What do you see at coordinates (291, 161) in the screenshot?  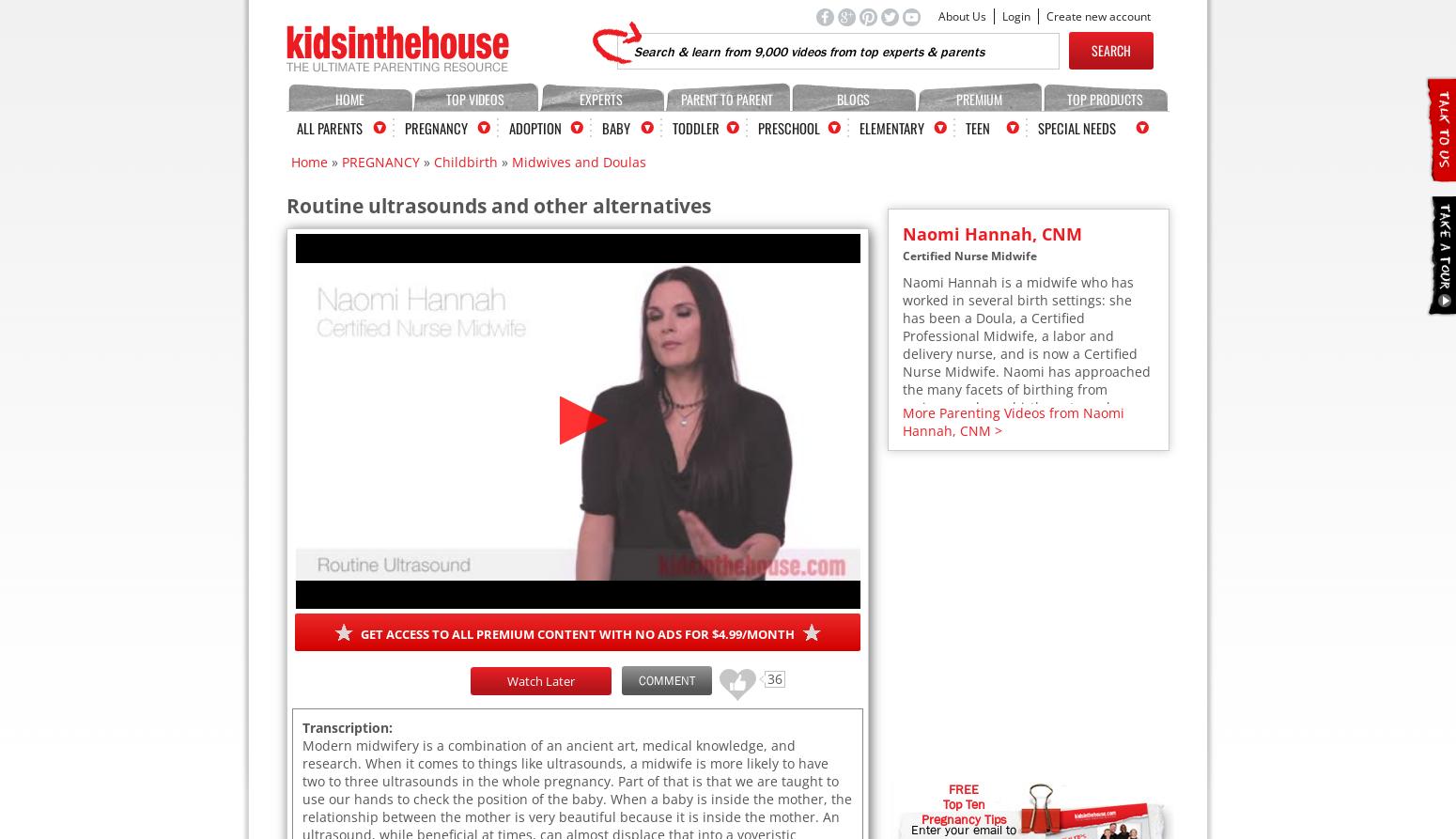 I see `'Home'` at bounding box center [291, 161].